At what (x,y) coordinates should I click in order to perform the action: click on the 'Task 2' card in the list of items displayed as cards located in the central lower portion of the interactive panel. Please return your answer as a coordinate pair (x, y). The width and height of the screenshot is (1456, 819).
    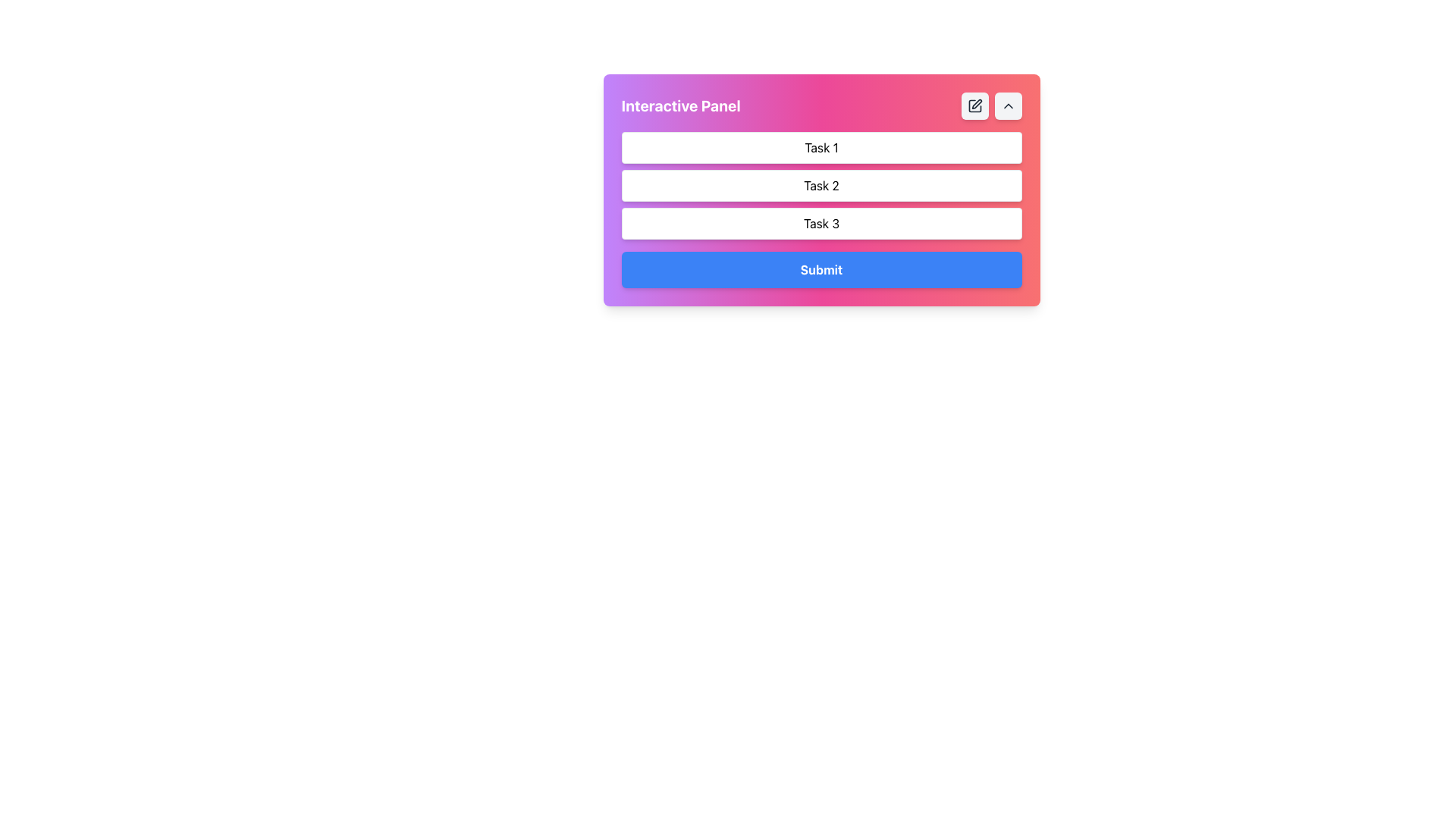
    Looking at the image, I should click on (821, 185).